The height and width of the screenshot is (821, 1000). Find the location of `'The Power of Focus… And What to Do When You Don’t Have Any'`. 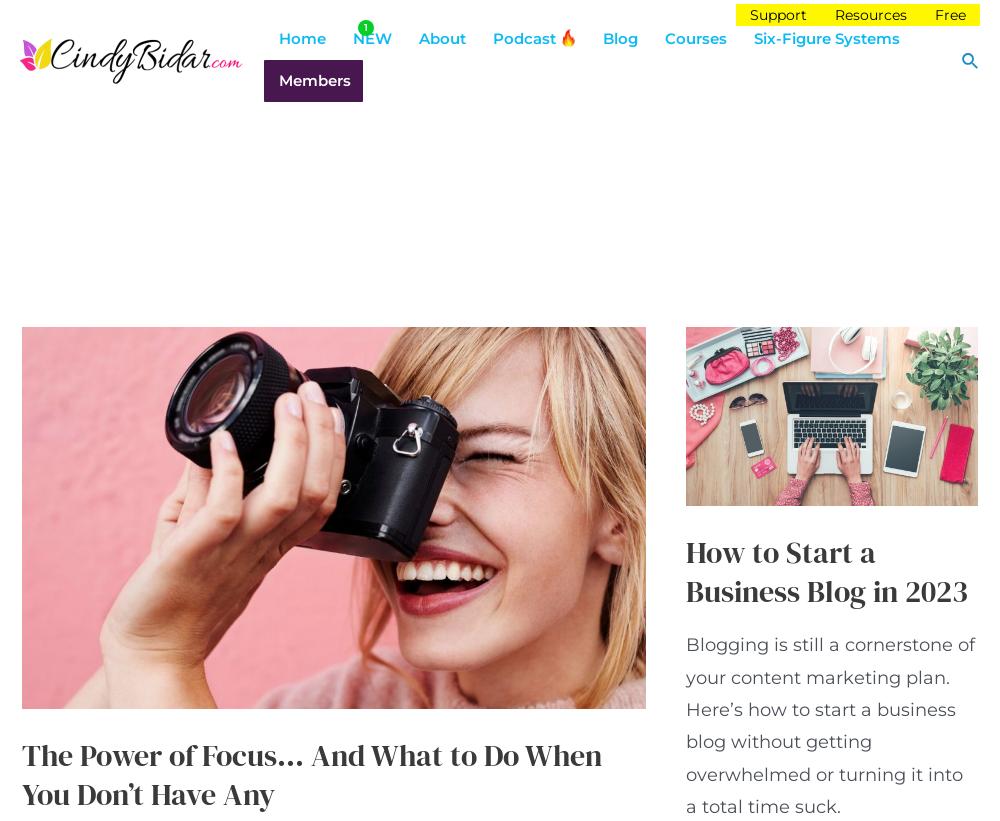

'The Power of Focus… And What to Do When You Don’t Have Any' is located at coordinates (312, 774).